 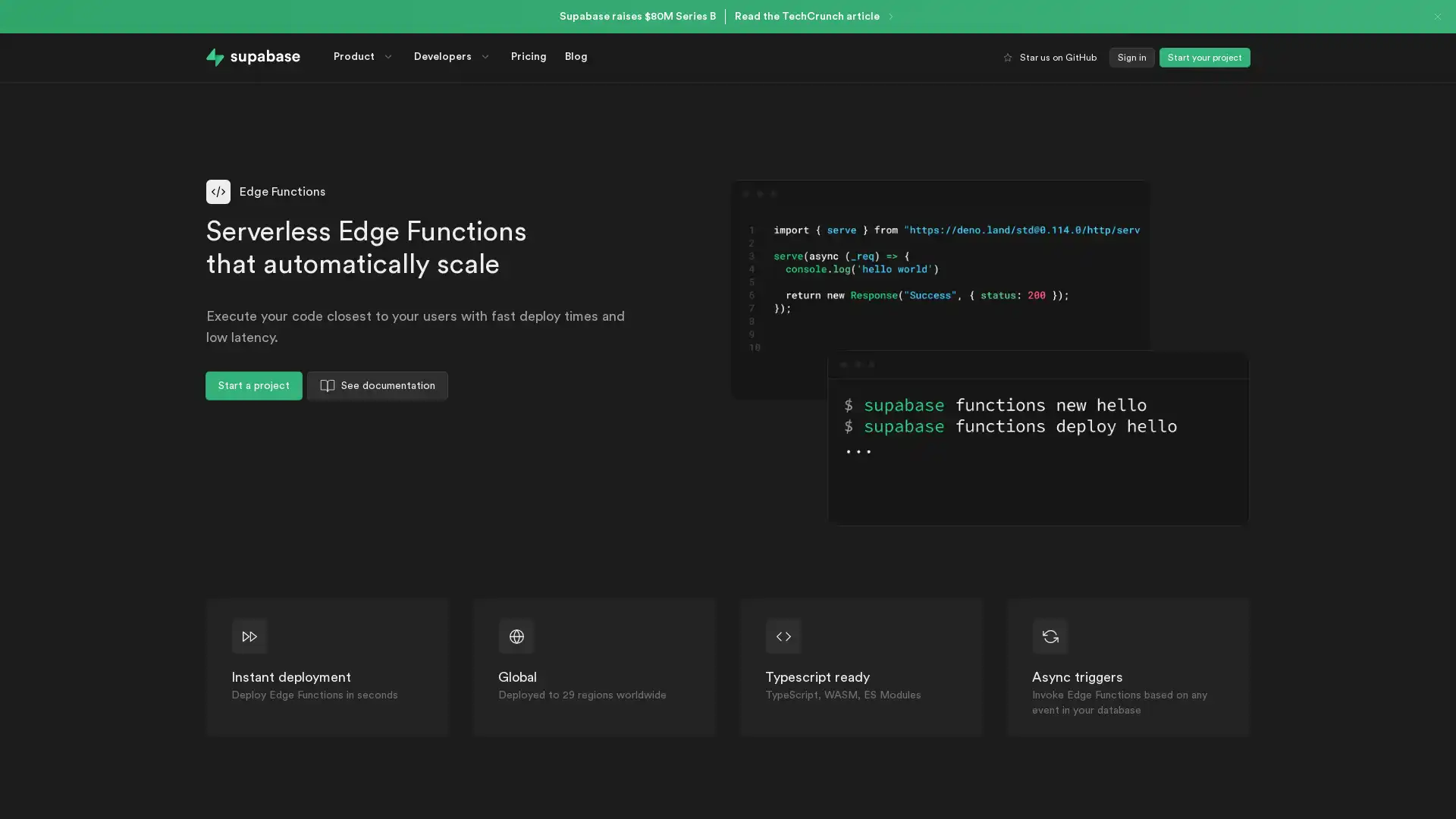 I want to click on See documentation, so click(x=378, y=385).